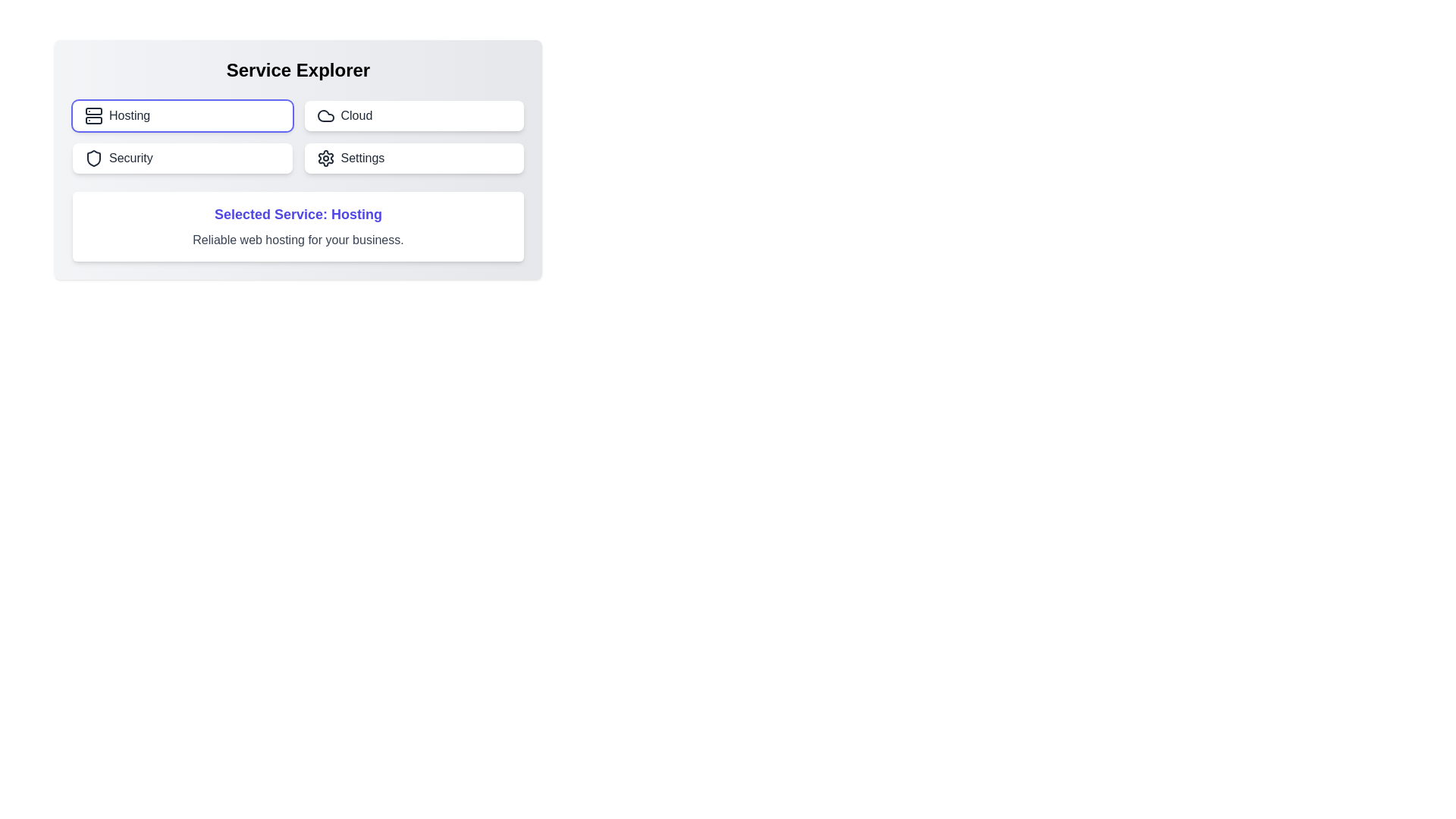 Image resolution: width=1456 pixels, height=819 pixels. Describe the element at coordinates (325, 158) in the screenshot. I see `the cogwheel icon within the 'Settings' button` at that location.